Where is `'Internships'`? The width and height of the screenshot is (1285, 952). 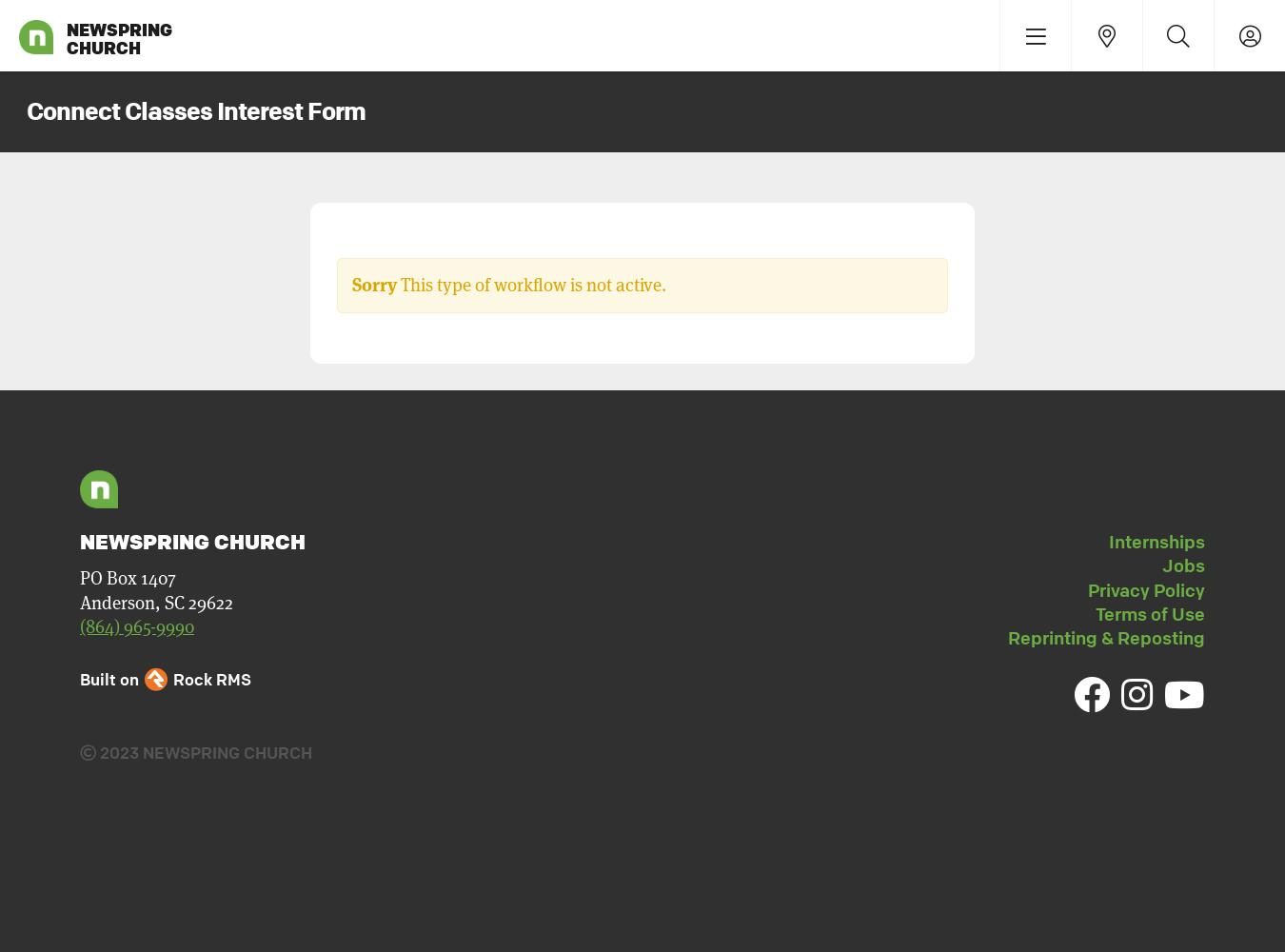
'Internships' is located at coordinates (1156, 541).